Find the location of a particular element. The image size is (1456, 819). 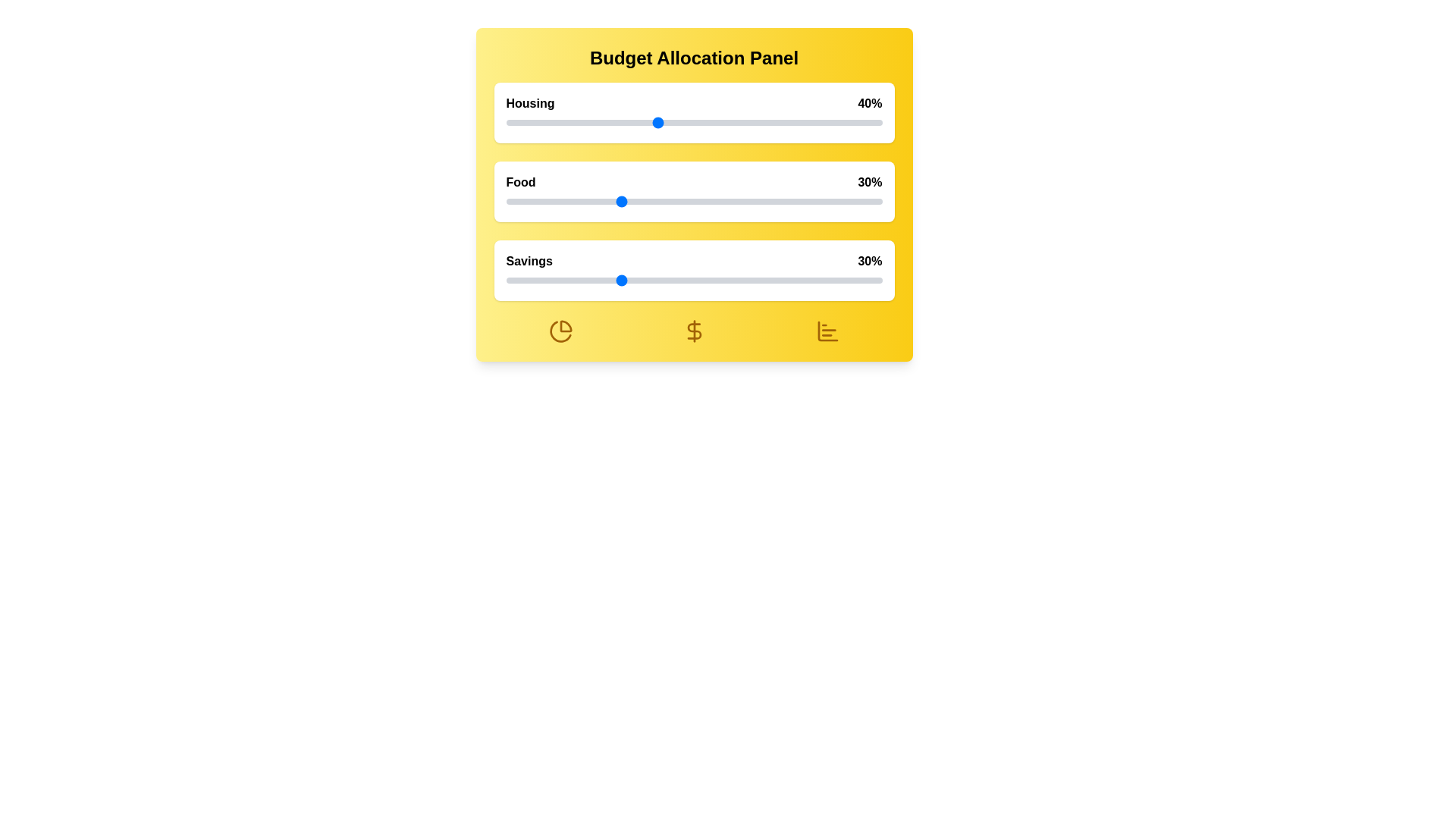

the slider that adjusts the percentage allocation for 'Housing', which currently displays '40%'. It is the first slider located below the text 'Housing 40%' is located at coordinates (693, 122).